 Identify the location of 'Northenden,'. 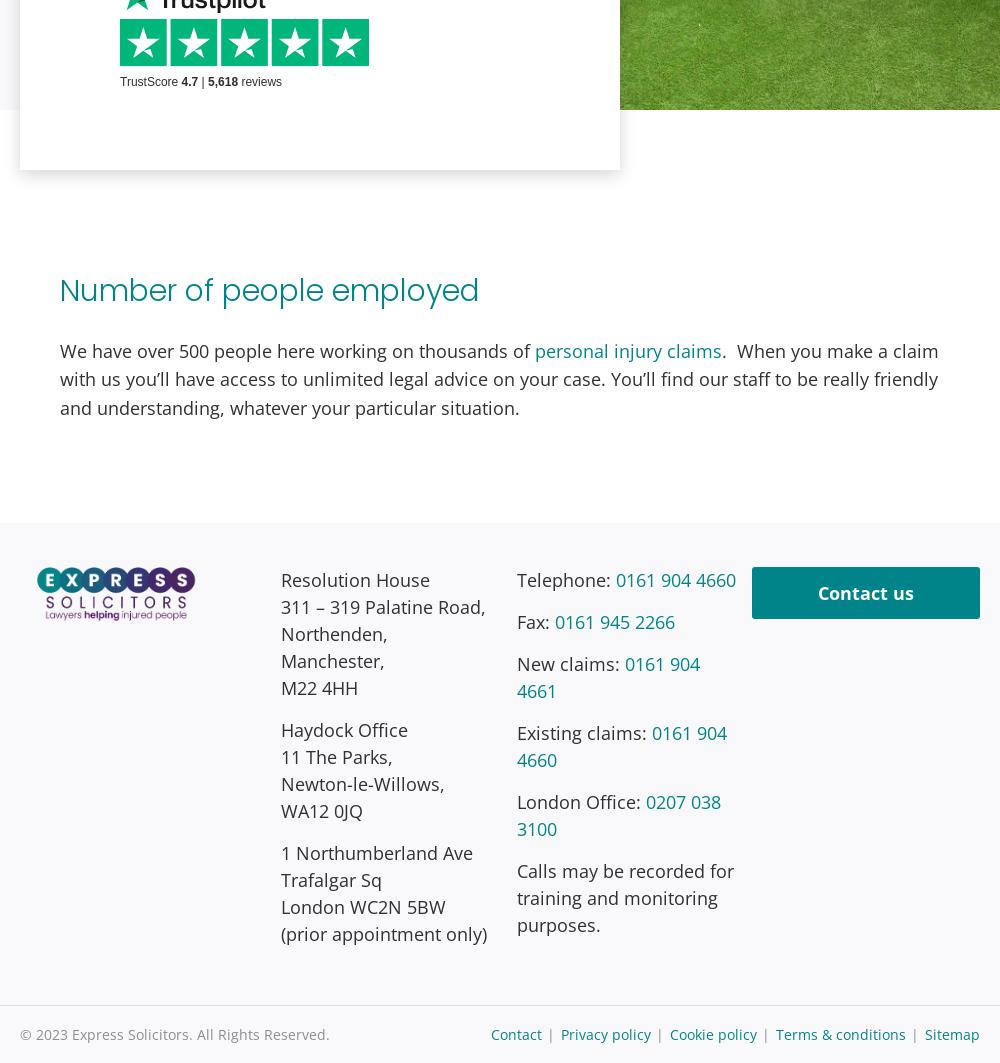
(332, 632).